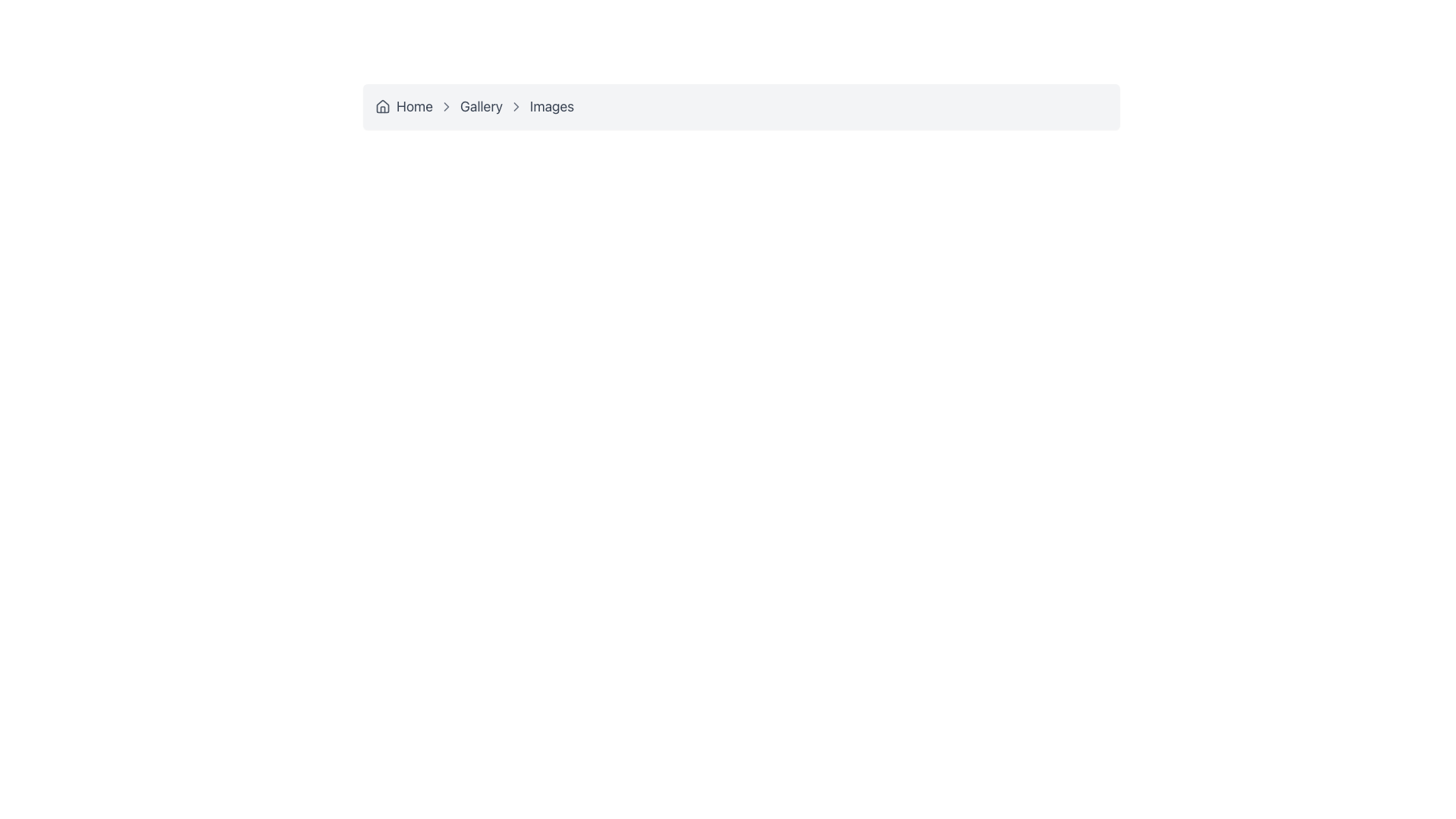 This screenshot has width=1456, height=819. What do you see at coordinates (551, 106) in the screenshot?
I see `the third item in the breadcrumb navigation labeled 'Images' to change its color to blue` at bounding box center [551, 106].